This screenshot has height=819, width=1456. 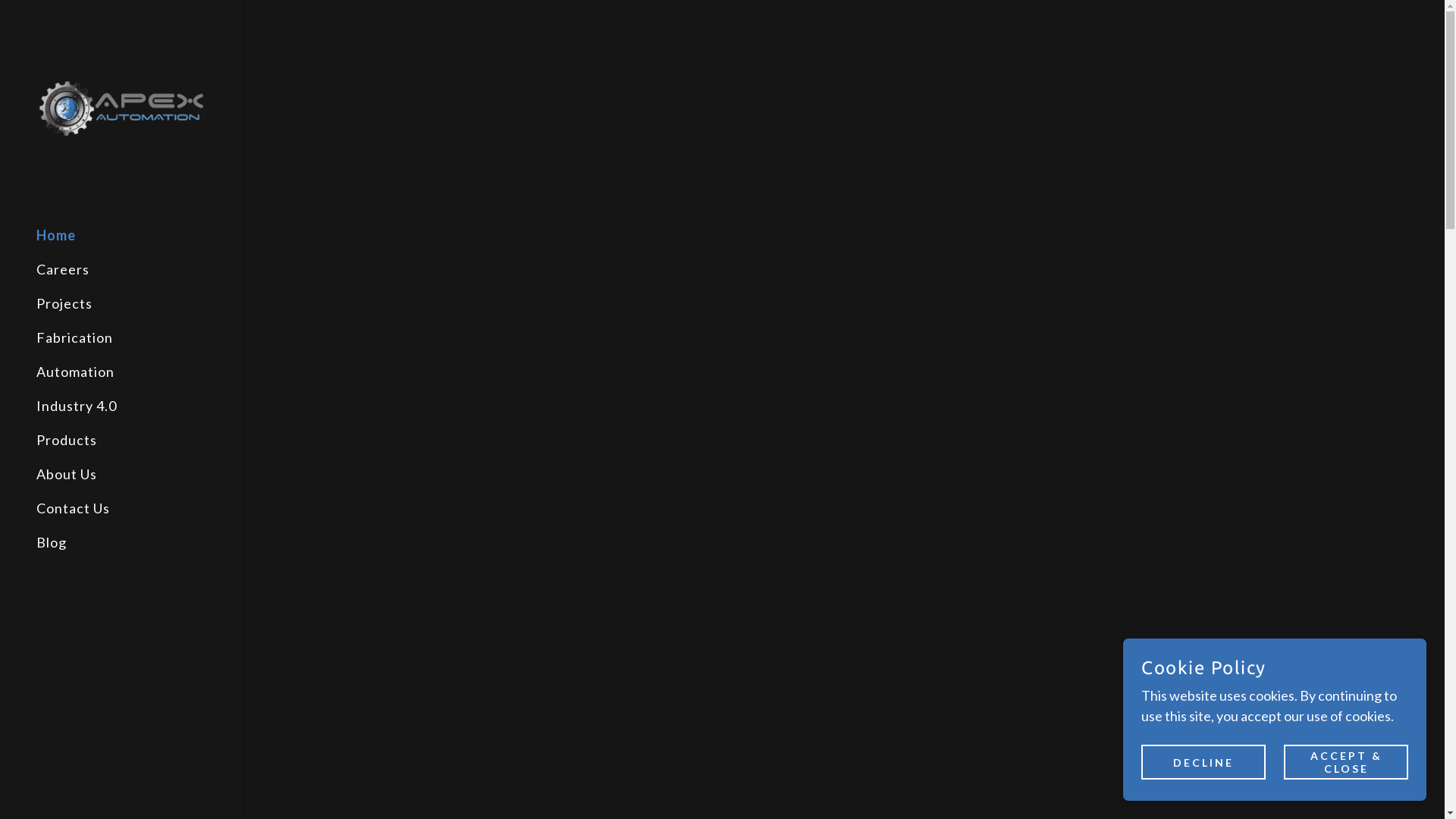 I want to click on 'Home', so click(x=55, y=234).